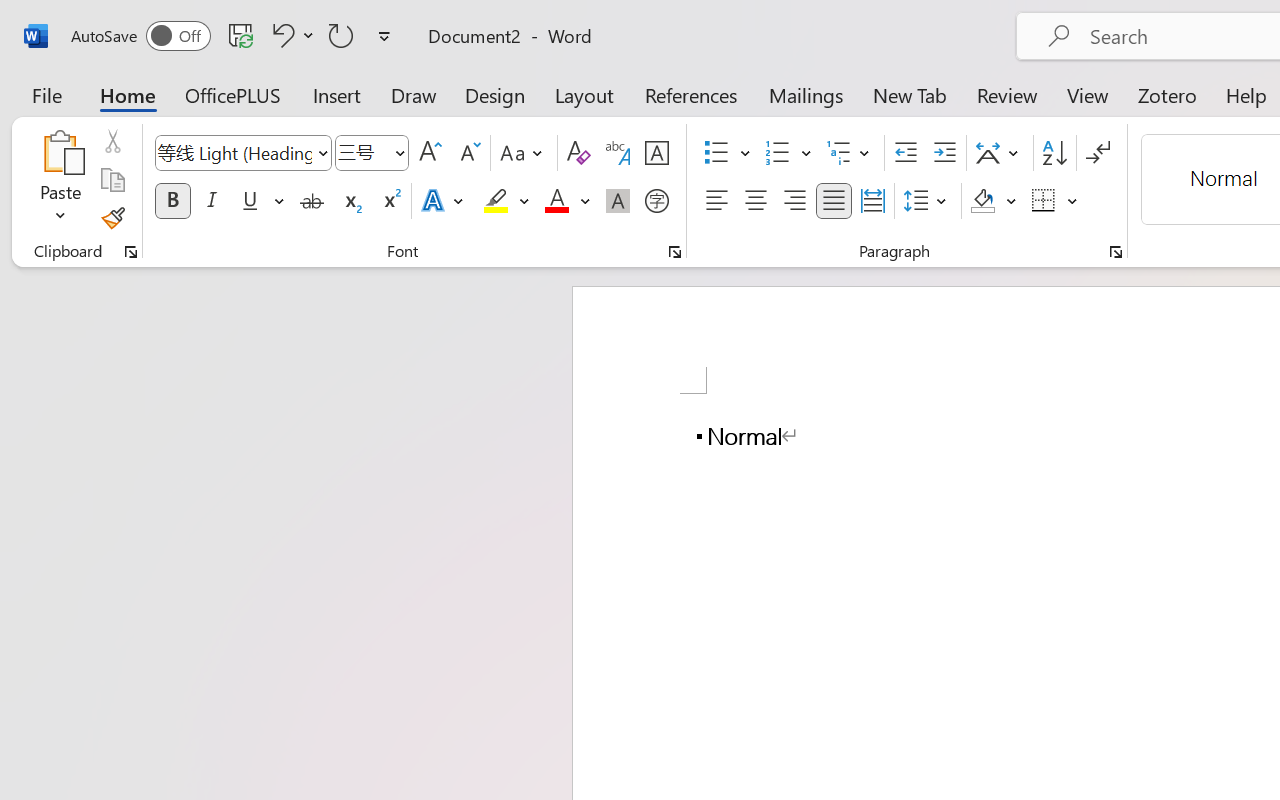 The width and height of the screenshot is (1280, 800). Describe the element at coordinates (1072, 201) in the screenshot. I see `'More Options'` at that location.